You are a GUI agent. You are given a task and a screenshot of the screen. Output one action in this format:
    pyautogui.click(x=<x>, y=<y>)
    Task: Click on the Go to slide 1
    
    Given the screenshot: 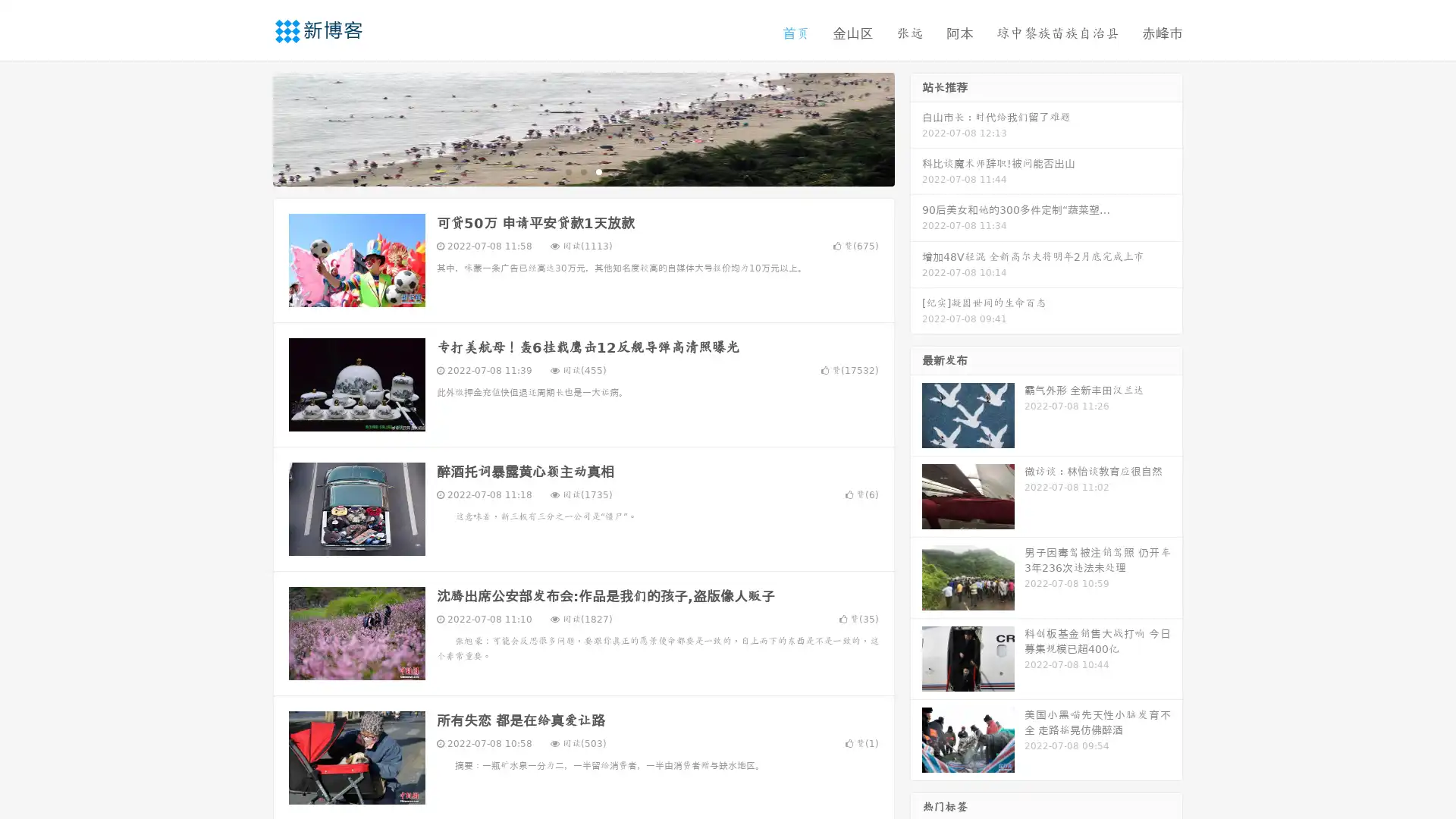 What is the action you would take?
    pyautogui.click(x=567, y=171)
    